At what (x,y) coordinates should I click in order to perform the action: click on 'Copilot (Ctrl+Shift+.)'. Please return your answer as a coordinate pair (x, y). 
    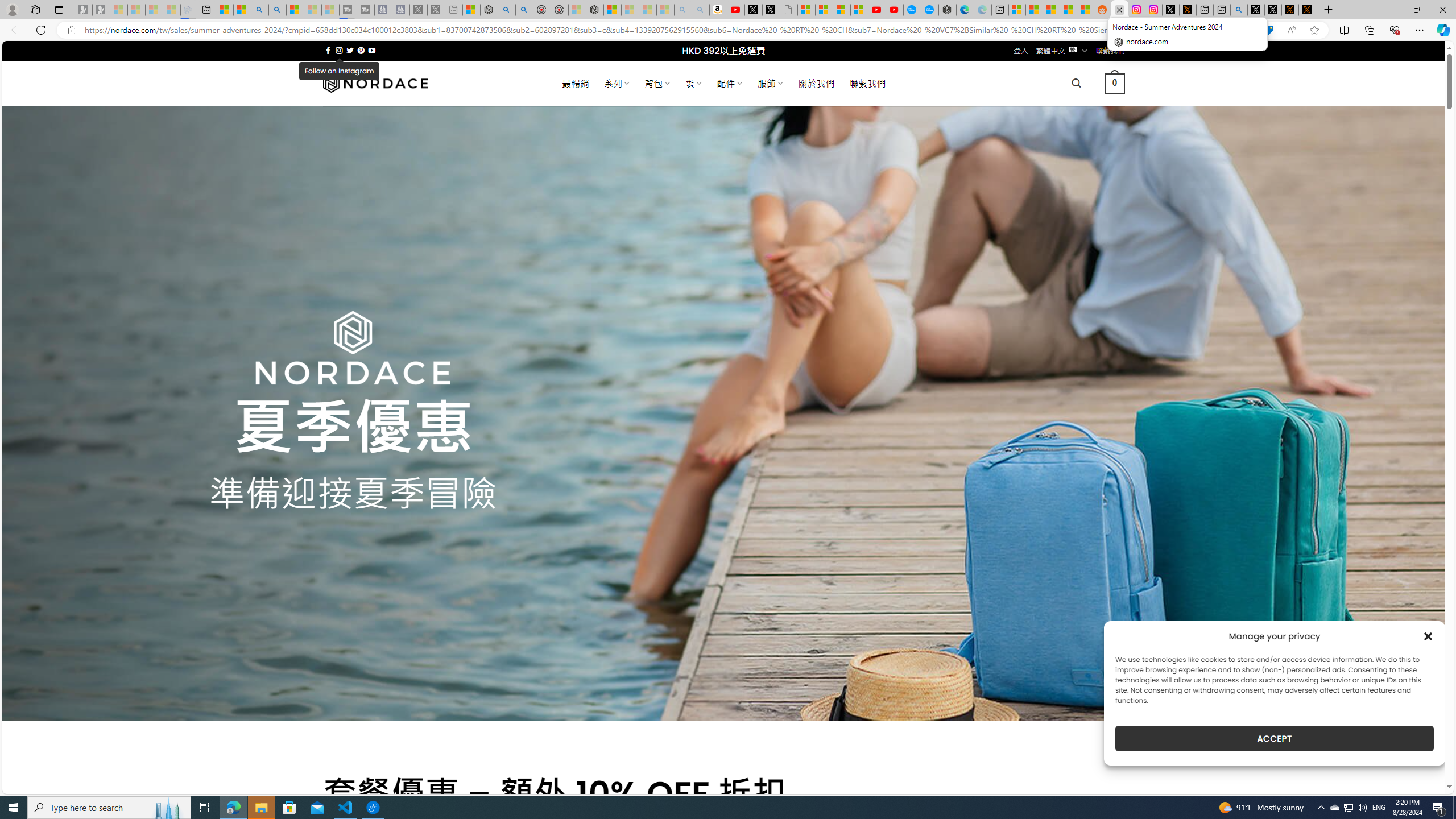
    Looking at the image, I should click on (1442, 29).